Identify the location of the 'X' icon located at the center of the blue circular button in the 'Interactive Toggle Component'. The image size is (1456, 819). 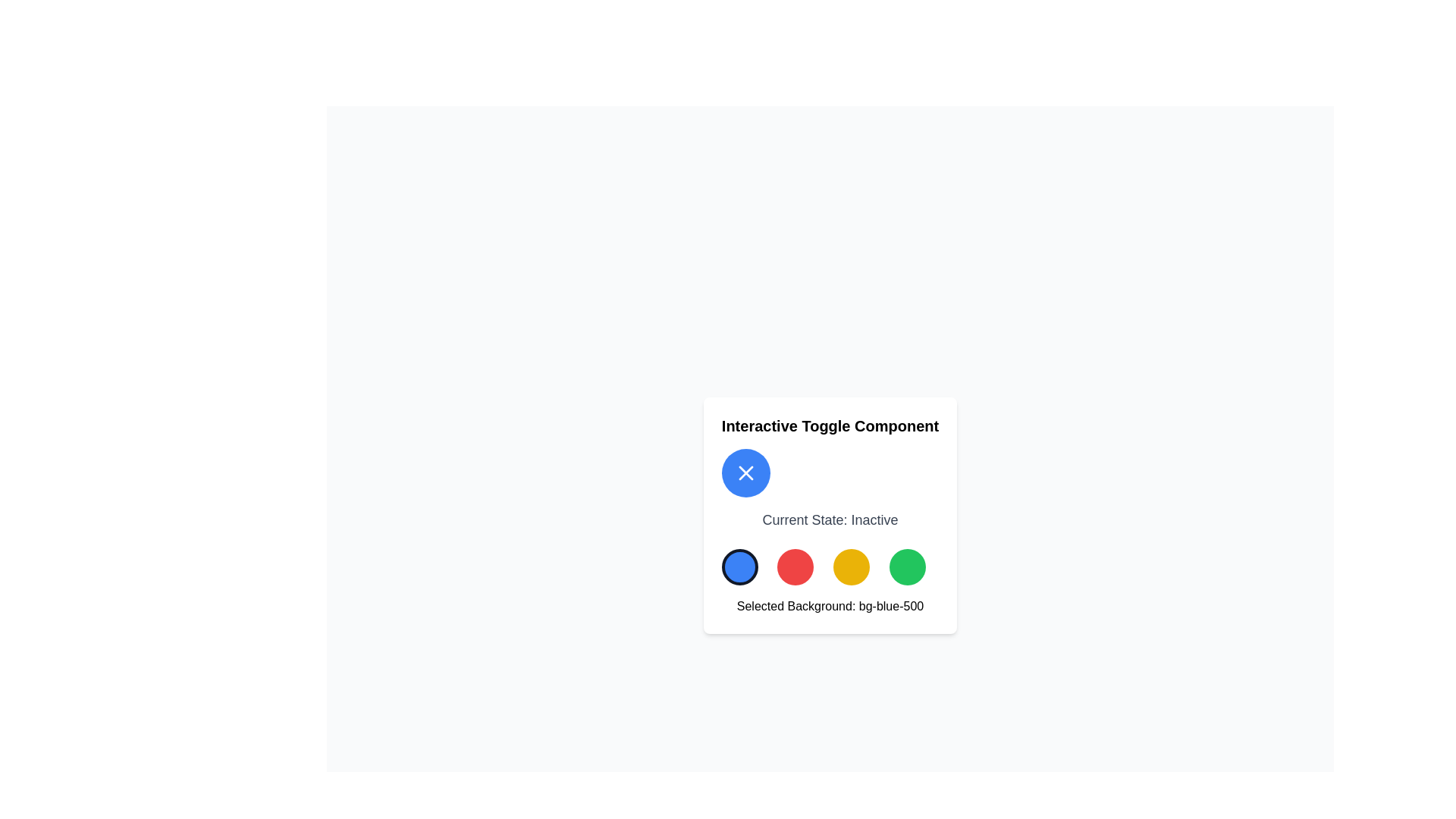
(745, 472).